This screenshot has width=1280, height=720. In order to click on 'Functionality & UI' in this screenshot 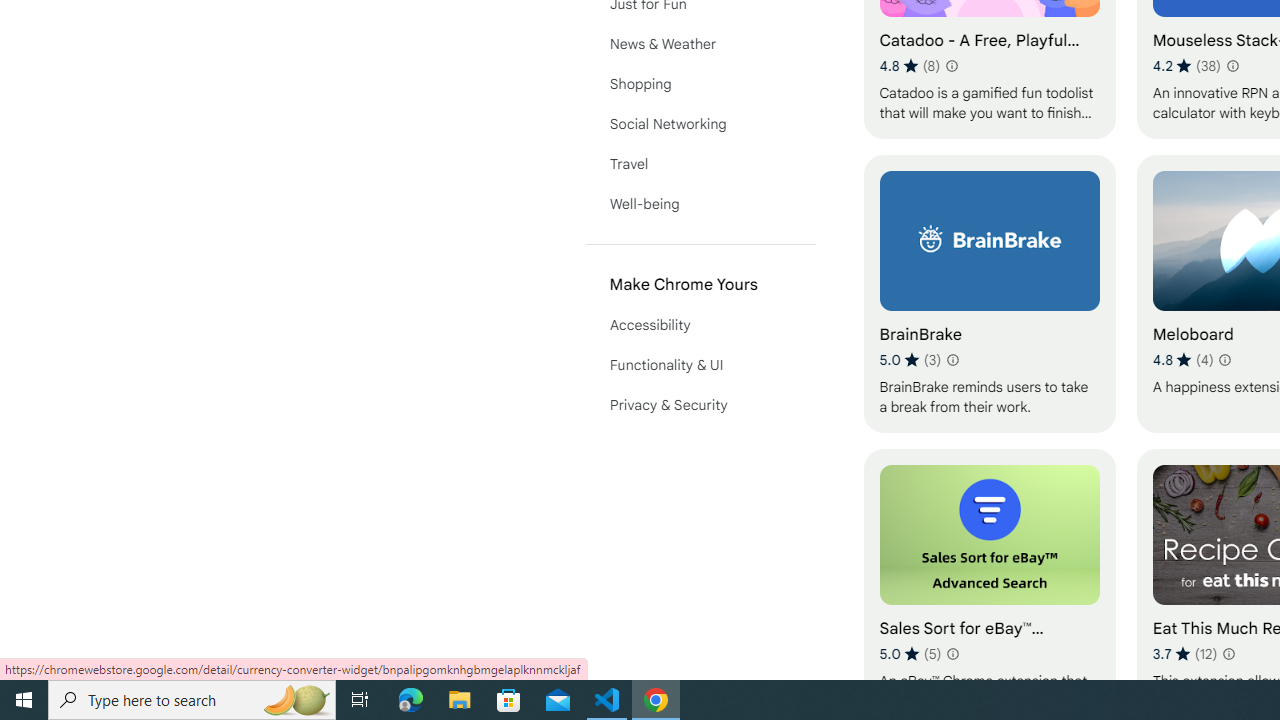, I will do `click(700, 365)`.